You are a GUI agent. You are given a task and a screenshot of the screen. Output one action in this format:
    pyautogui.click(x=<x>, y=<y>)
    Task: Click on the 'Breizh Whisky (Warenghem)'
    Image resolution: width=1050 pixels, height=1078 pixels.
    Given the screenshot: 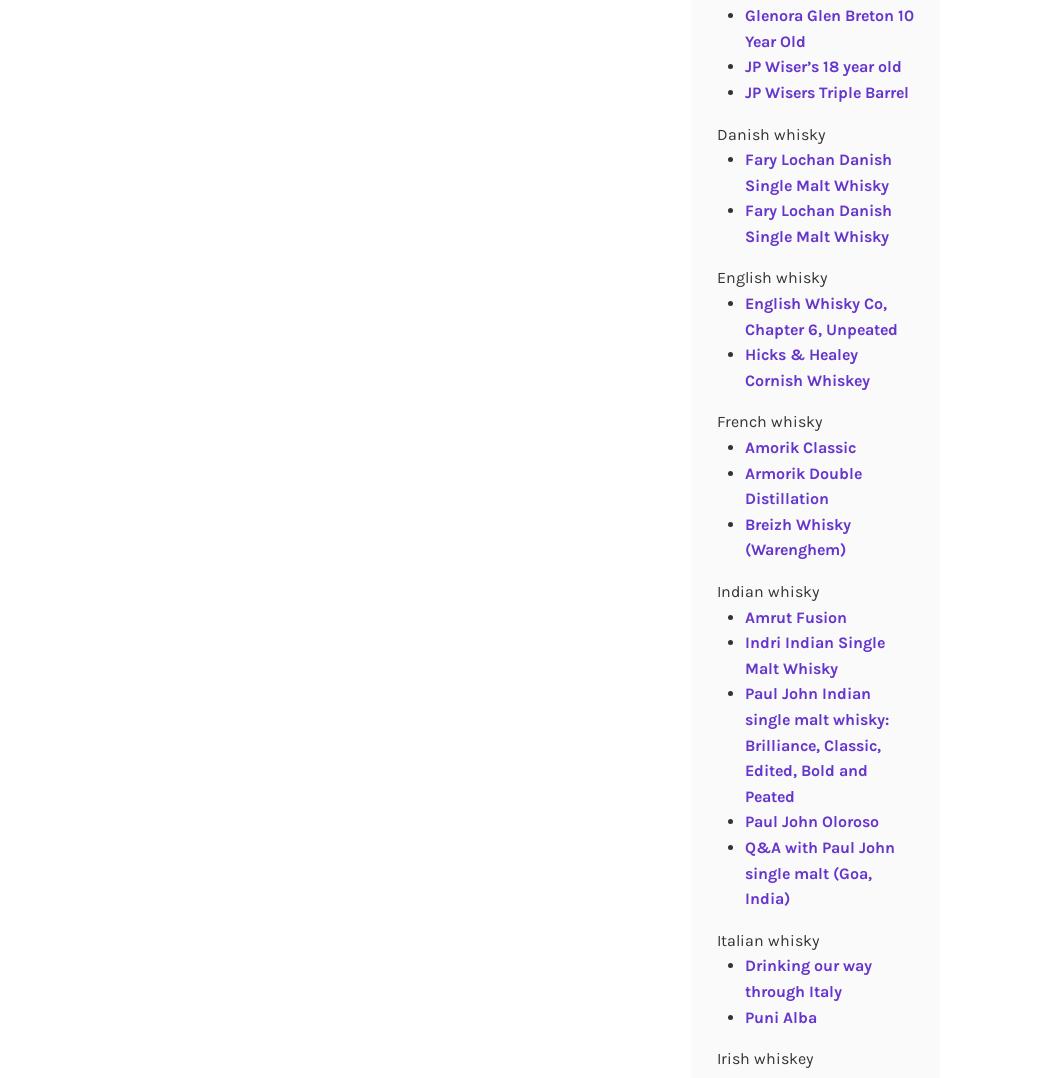 What is the action you would take?
    pyautogui.click(x=743, y=536)
    